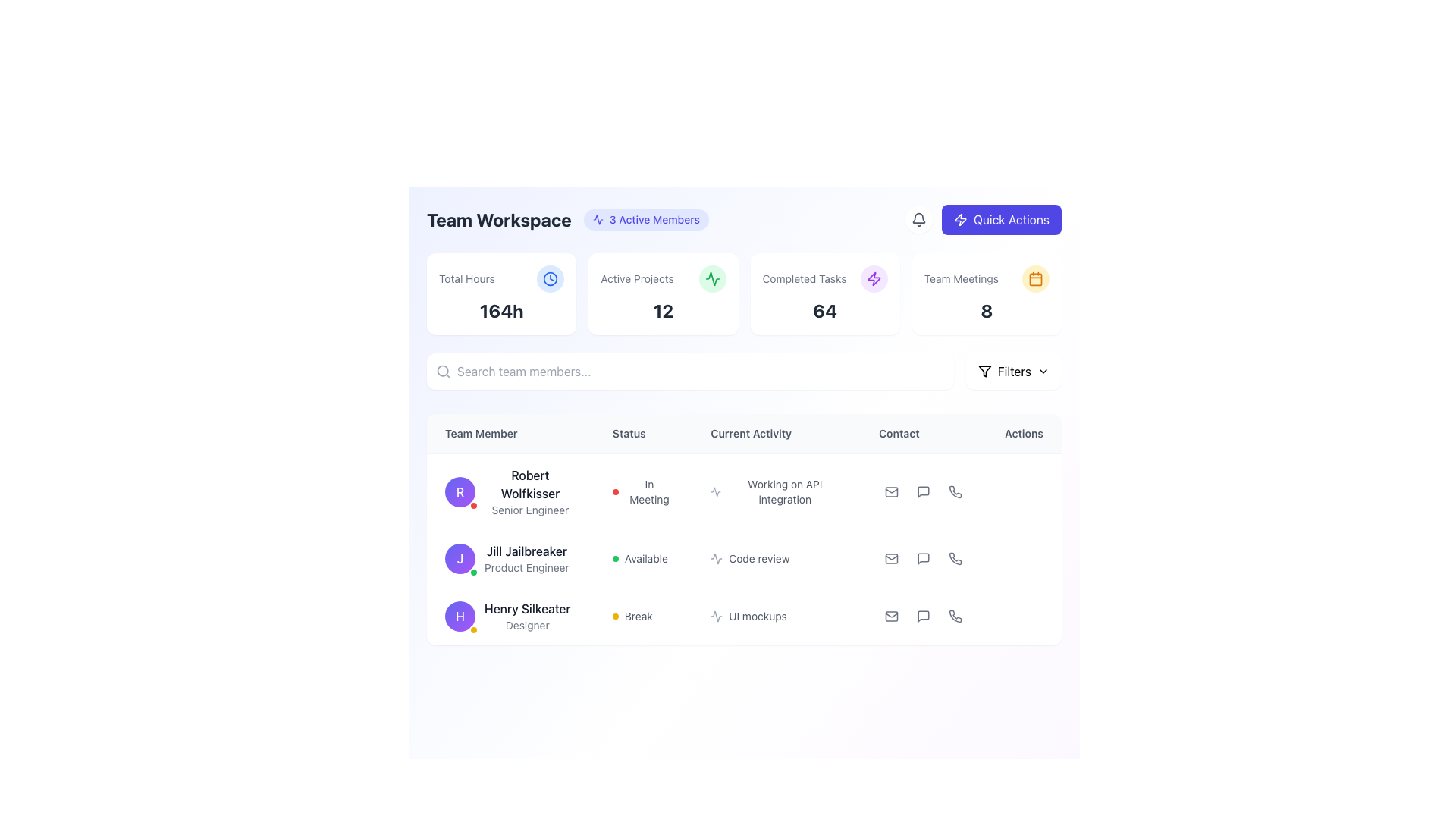  Describe the element at coordinates (777, 491) in the screenshot. I see `the text displayed in the 'Current Activity' column for team member 'Robert Wolfkisser', Senior Engineer, in the Team Workspace interface` at that location.